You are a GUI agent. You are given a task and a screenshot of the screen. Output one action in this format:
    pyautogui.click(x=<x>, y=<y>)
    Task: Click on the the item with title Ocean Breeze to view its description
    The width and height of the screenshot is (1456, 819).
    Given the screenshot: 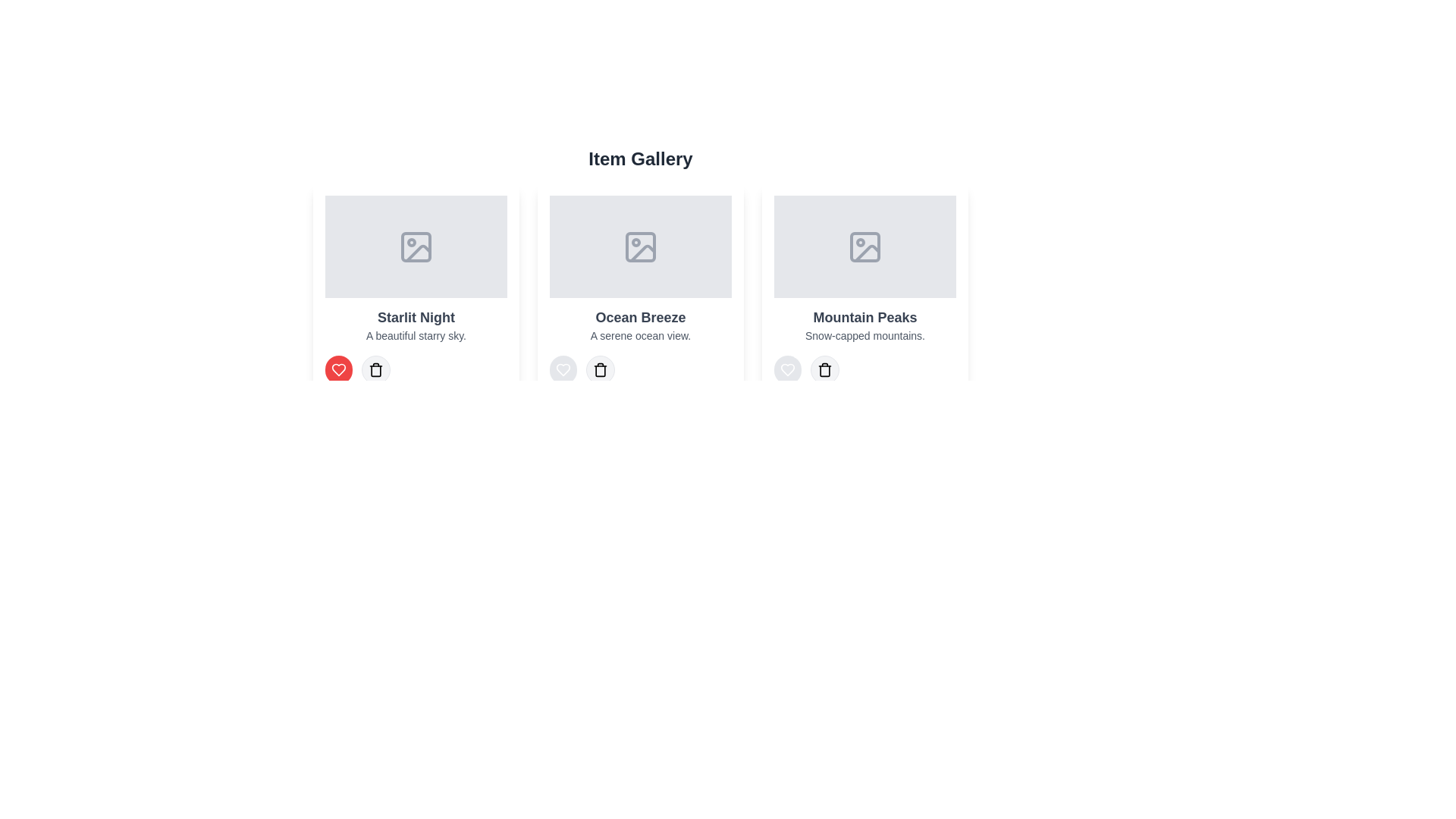 What is the action you would take?
    pyautogui.click(x=640, y=290)
    